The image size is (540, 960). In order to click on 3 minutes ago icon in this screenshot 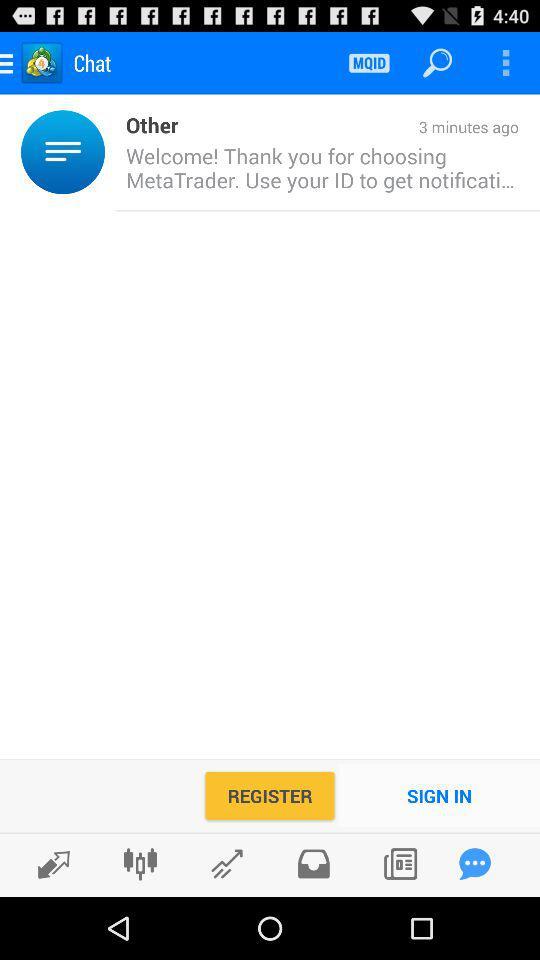, I will do `click(347, 127)`.